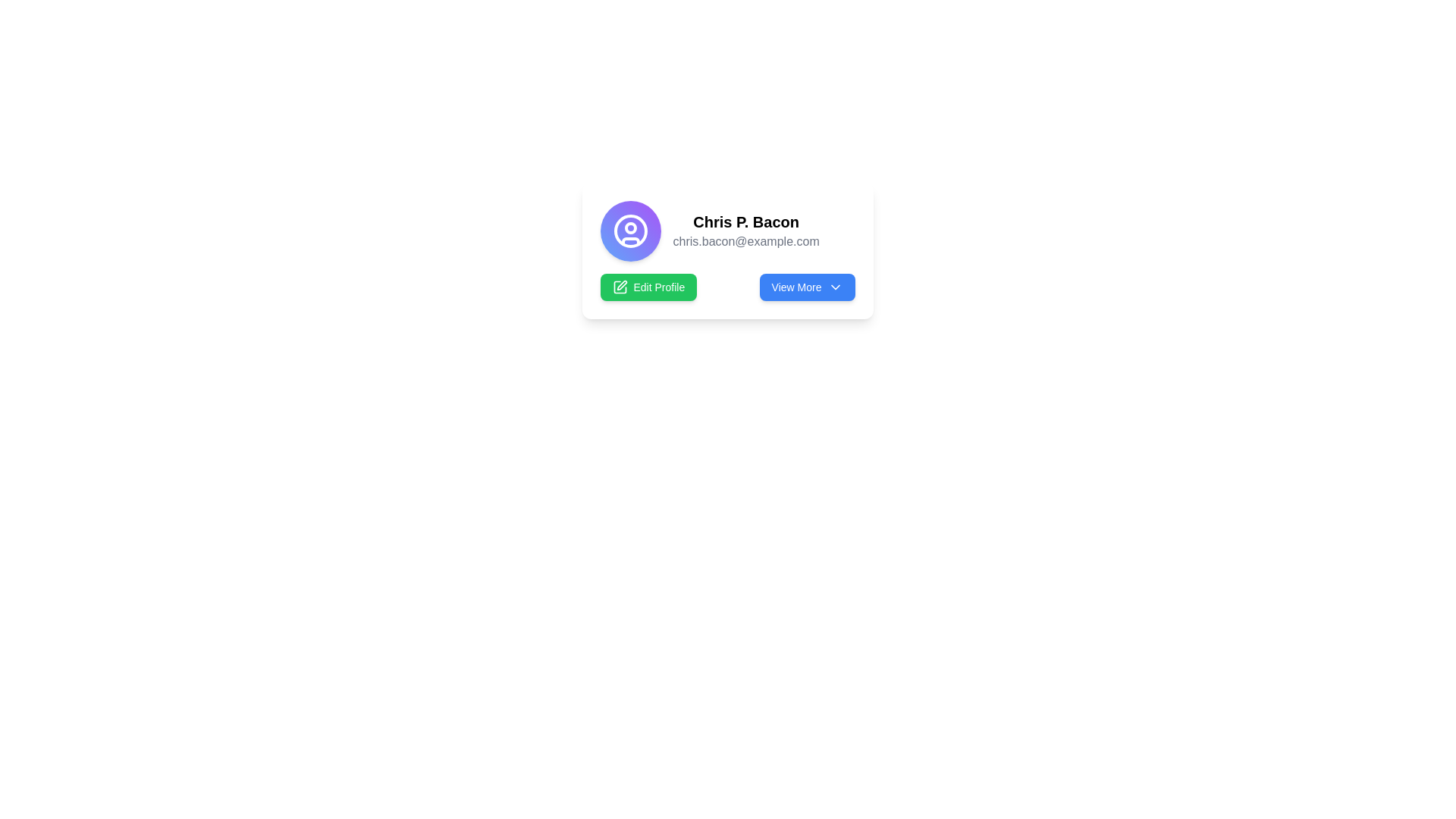  What do you see at coordinates (834, 287) in the screenshot?
I see `the chevron-down icon located to the right of the 'View More' button, which serves as a dropdown trigger for expanding sections` at bounding box center [834, 287].